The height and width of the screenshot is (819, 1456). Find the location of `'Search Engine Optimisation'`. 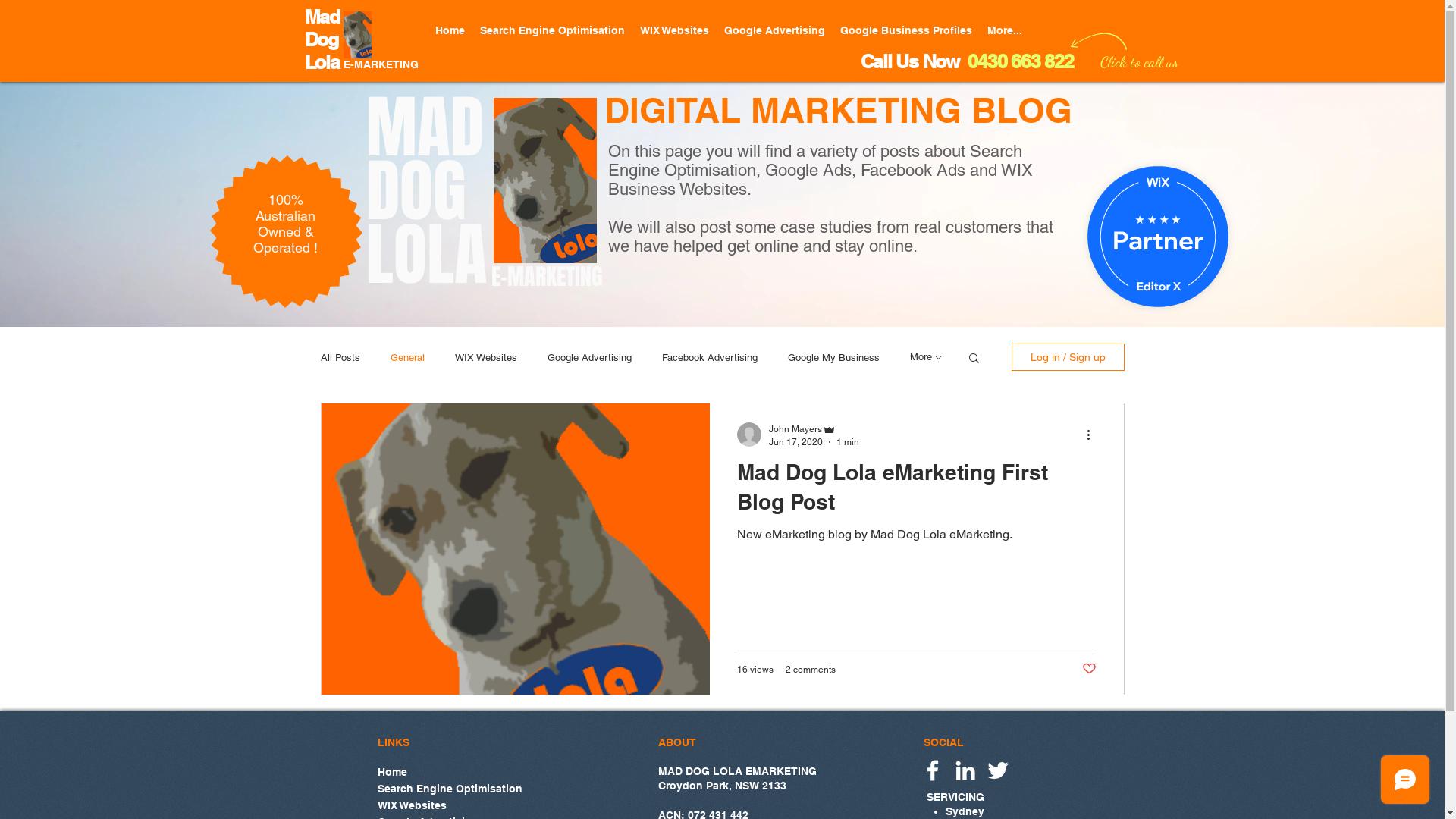

'Search Engine Optimisation' is located at coordinates (551, 30).